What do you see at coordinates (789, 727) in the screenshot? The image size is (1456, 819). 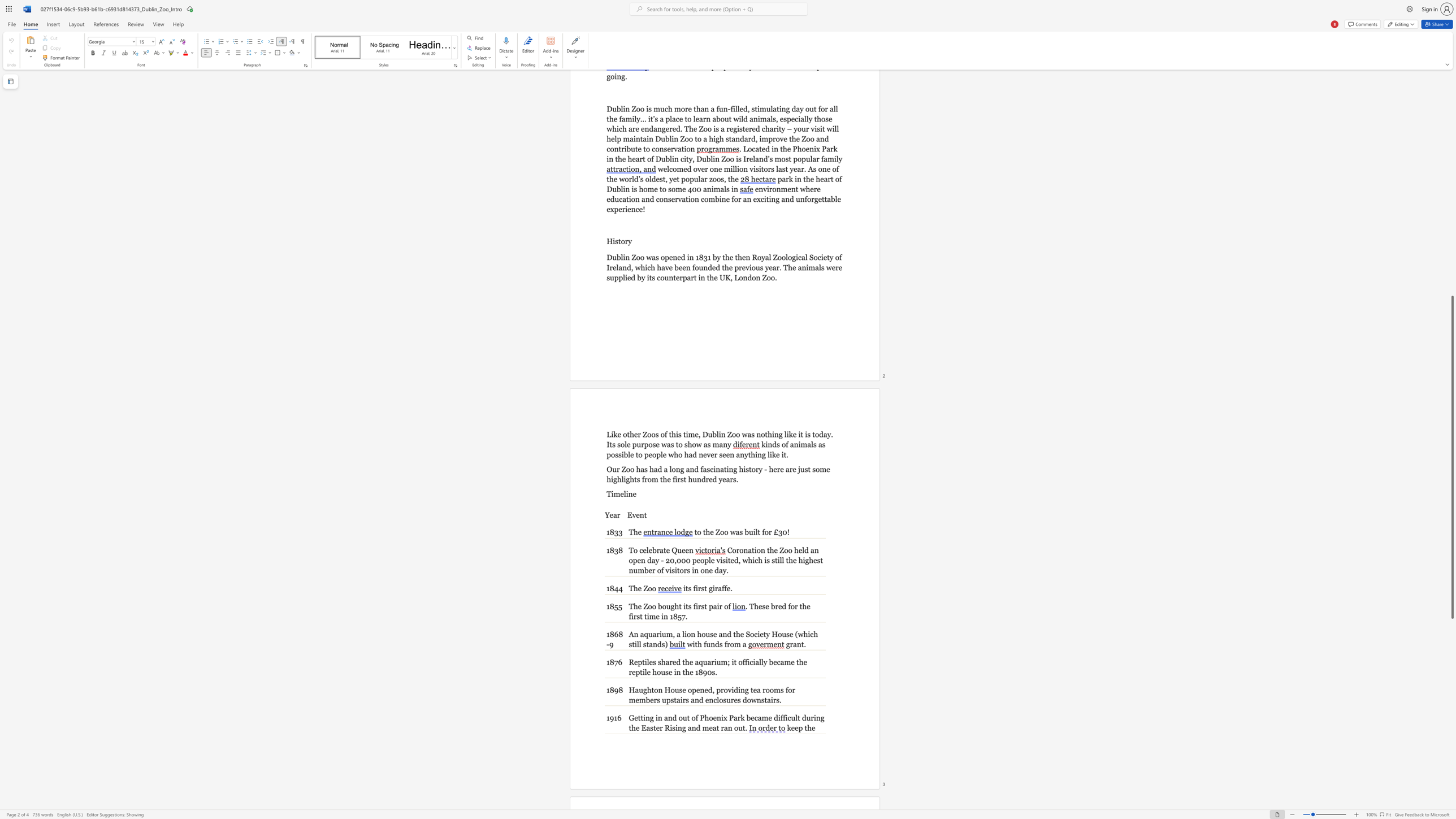 I see `the 1th character "k" in the text` at bounding box center [789, 727].